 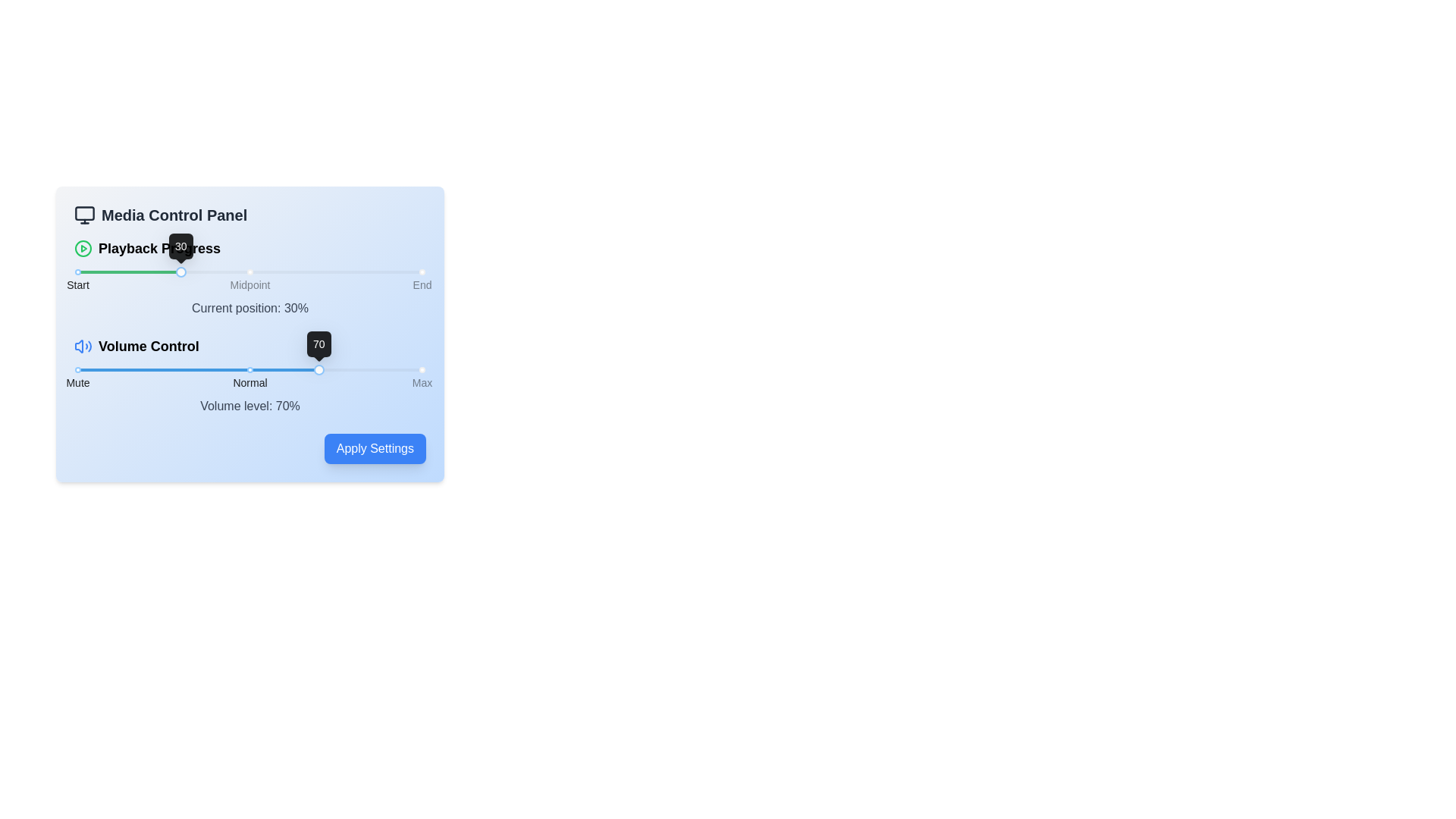 What do you see at coordinates (334, 370) in the screenshot?
I see `the volume` at bounding box center [334, 370].